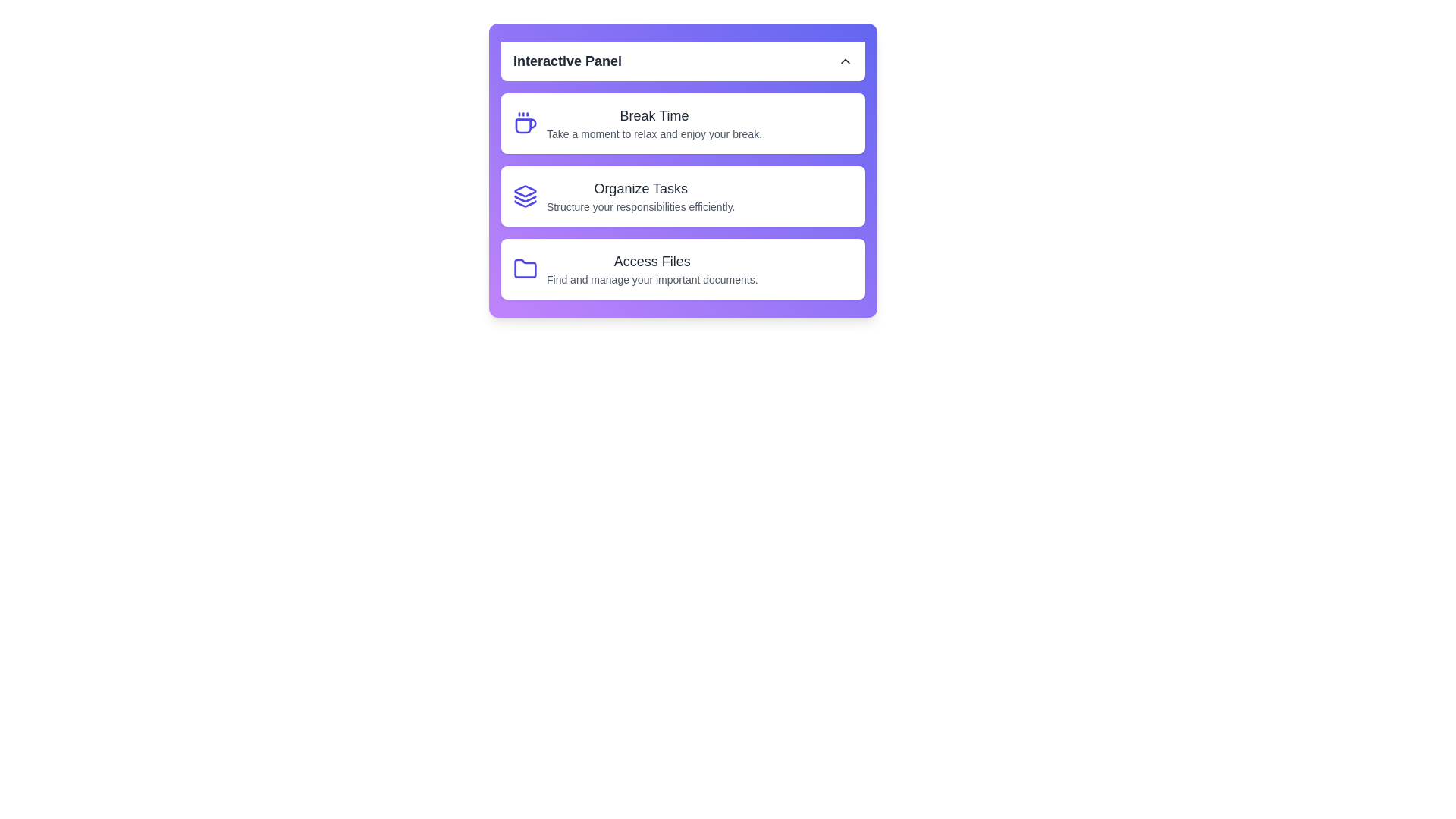  Describe the element at coordinates (682, 268) in the screenshot. I see `the panel item Access Files to view its hover effect` at that location.